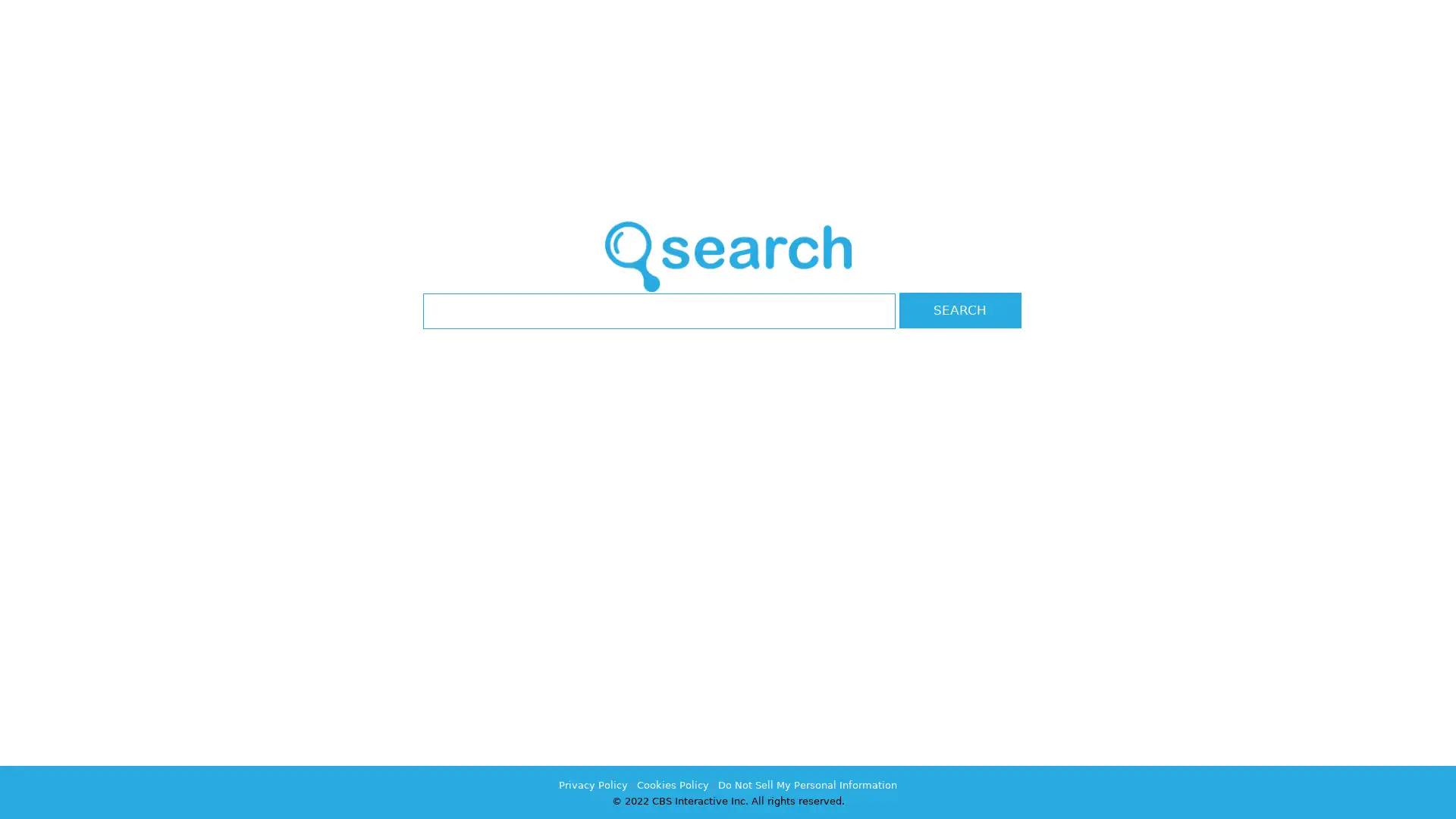 The height and width of the screenshot is (819, 1456). Describe the element at coordinates (959, 309) in the screenshot. I see `SEARCH` at that location.